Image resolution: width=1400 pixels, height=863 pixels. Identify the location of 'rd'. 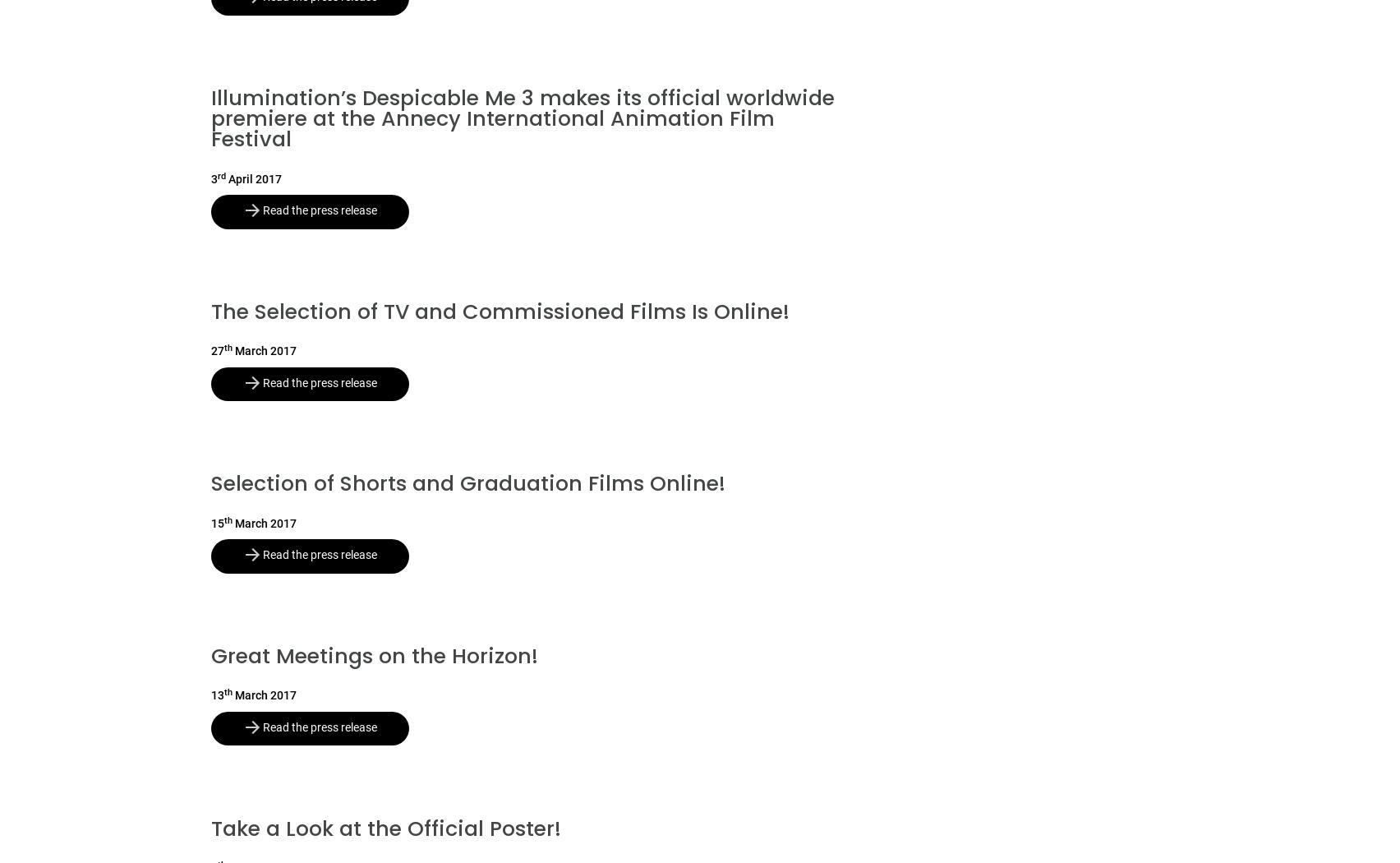
(221, 174).